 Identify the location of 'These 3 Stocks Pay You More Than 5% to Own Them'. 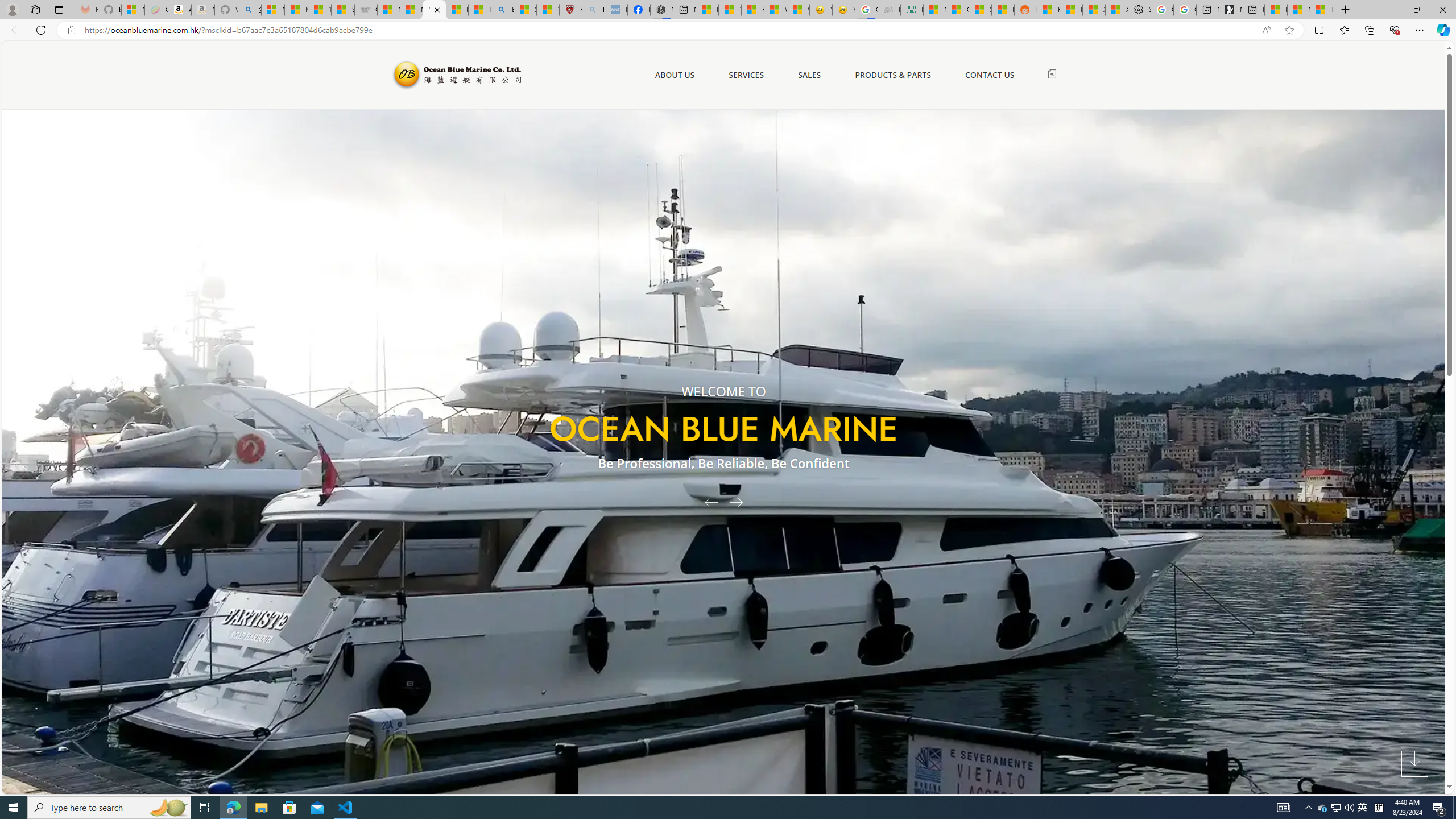
(1321, 9).